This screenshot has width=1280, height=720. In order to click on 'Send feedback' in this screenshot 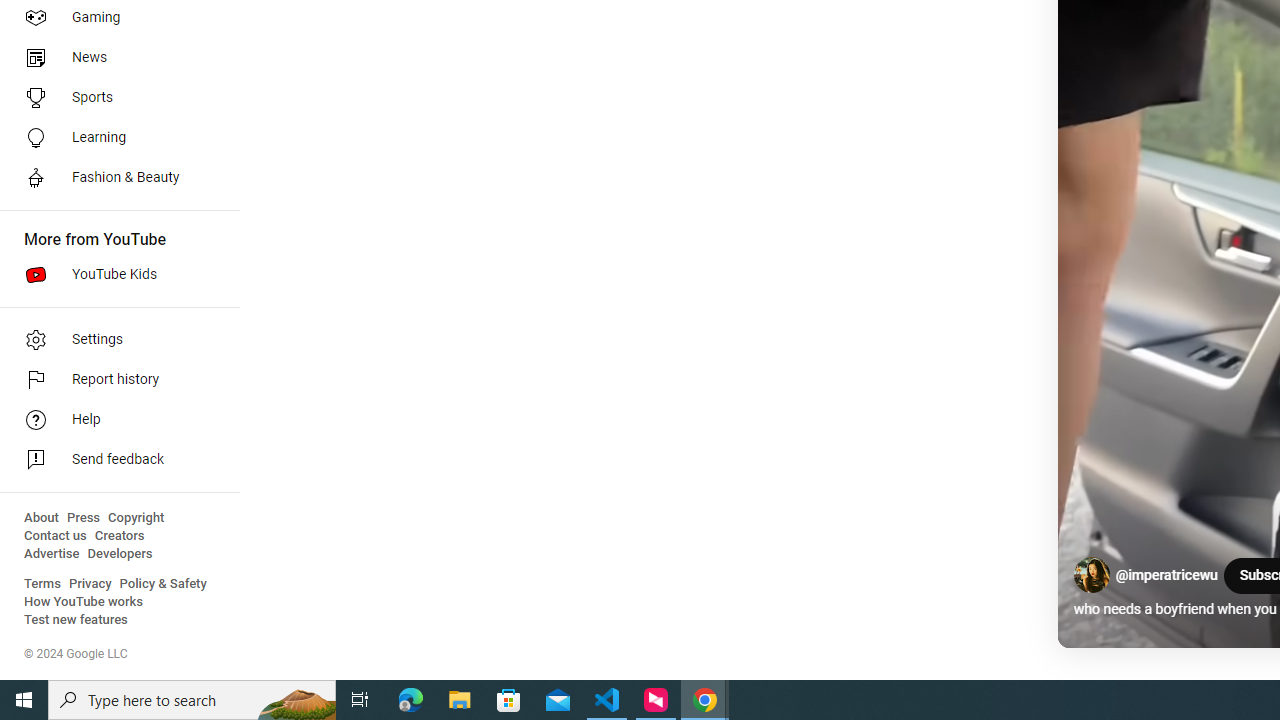, I will do `click(112, 460)`.